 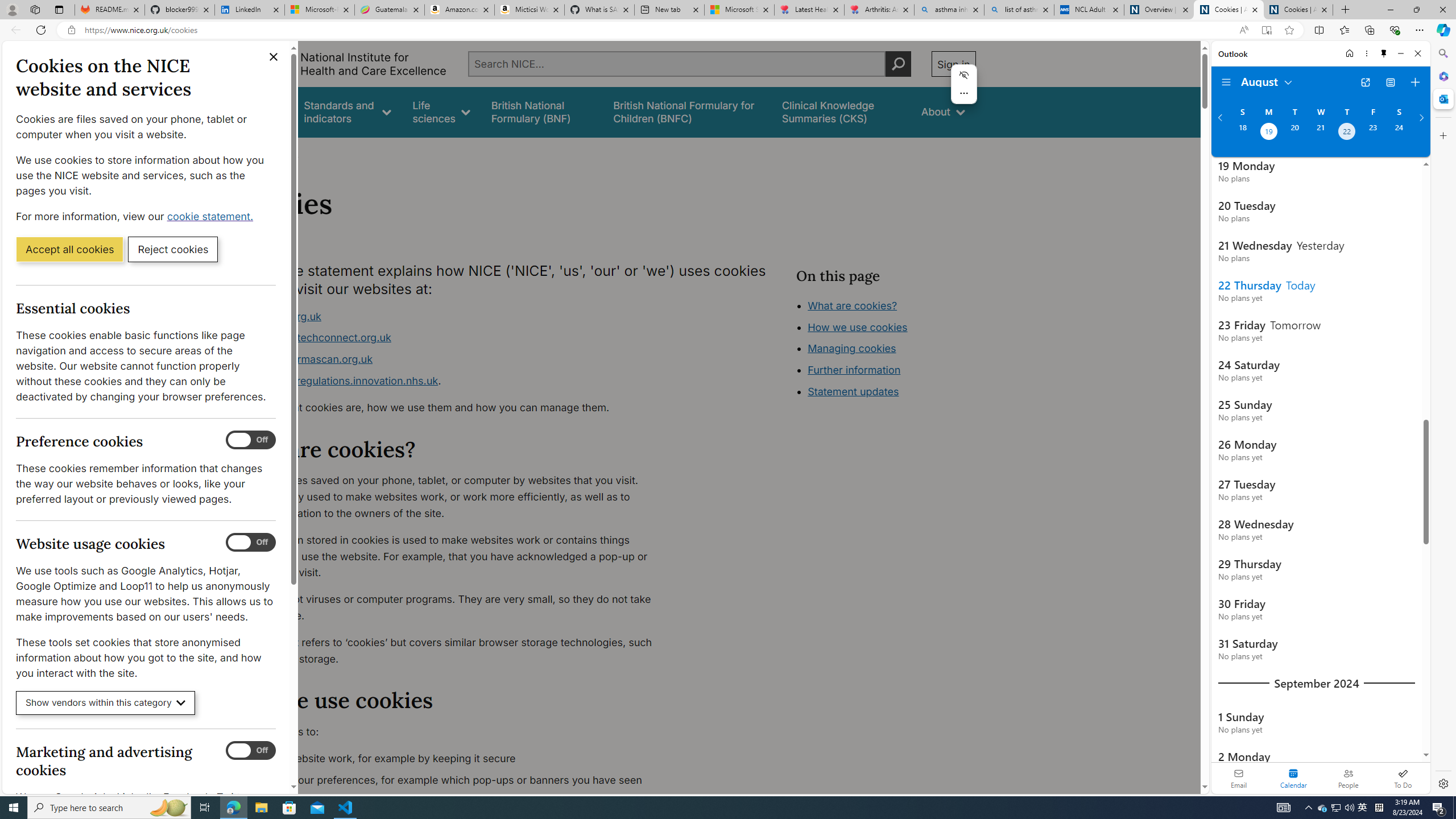 I want to click on 'false', so click(x=841, y=111).